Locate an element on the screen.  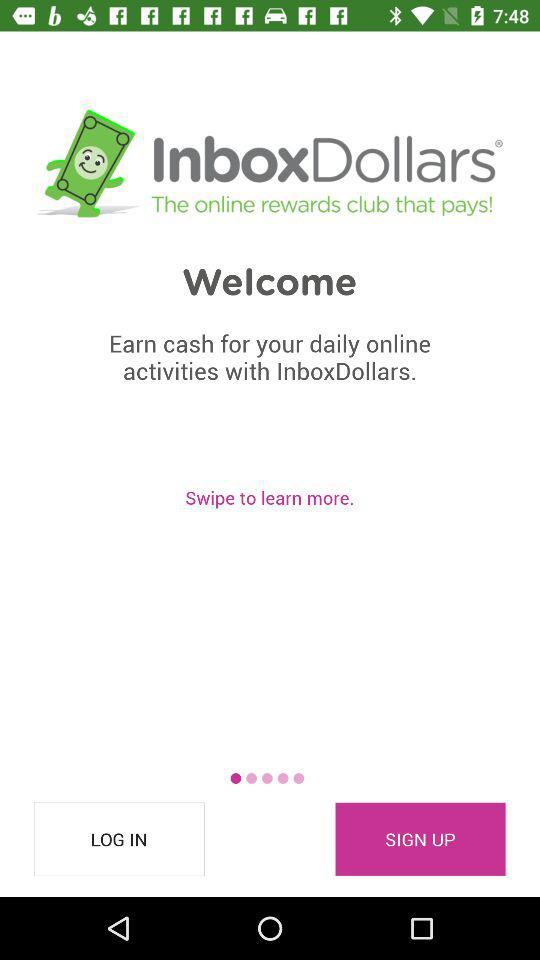
the sign up icon is located at coordinates (419, 839).